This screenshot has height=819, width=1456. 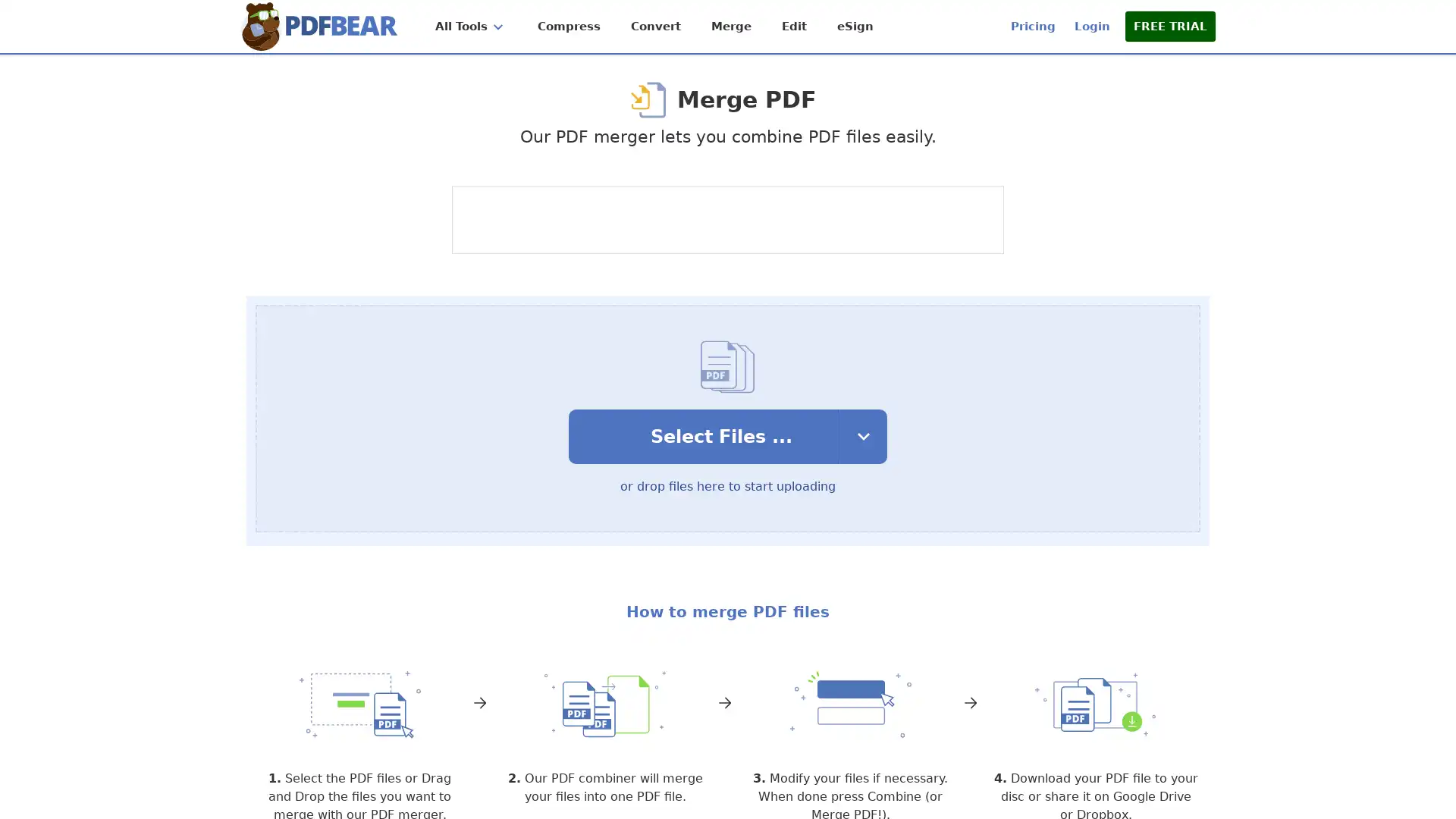 I want to click on select upload Options dropdown, so click(x=863, y=435).